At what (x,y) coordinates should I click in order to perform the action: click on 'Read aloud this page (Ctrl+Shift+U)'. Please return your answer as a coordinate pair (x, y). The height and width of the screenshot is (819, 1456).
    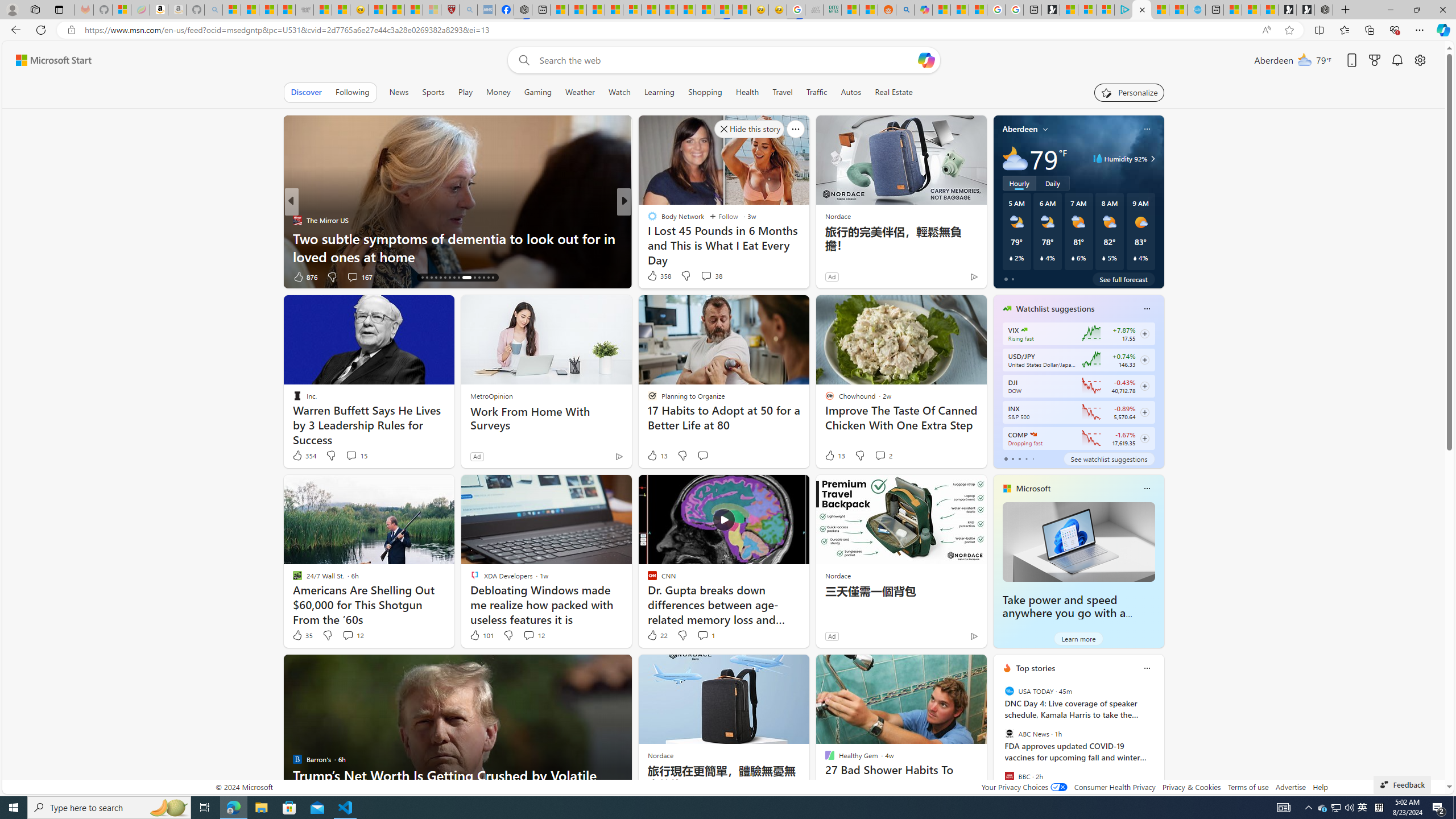
    Looking at the image, I should click on (1266, 30).